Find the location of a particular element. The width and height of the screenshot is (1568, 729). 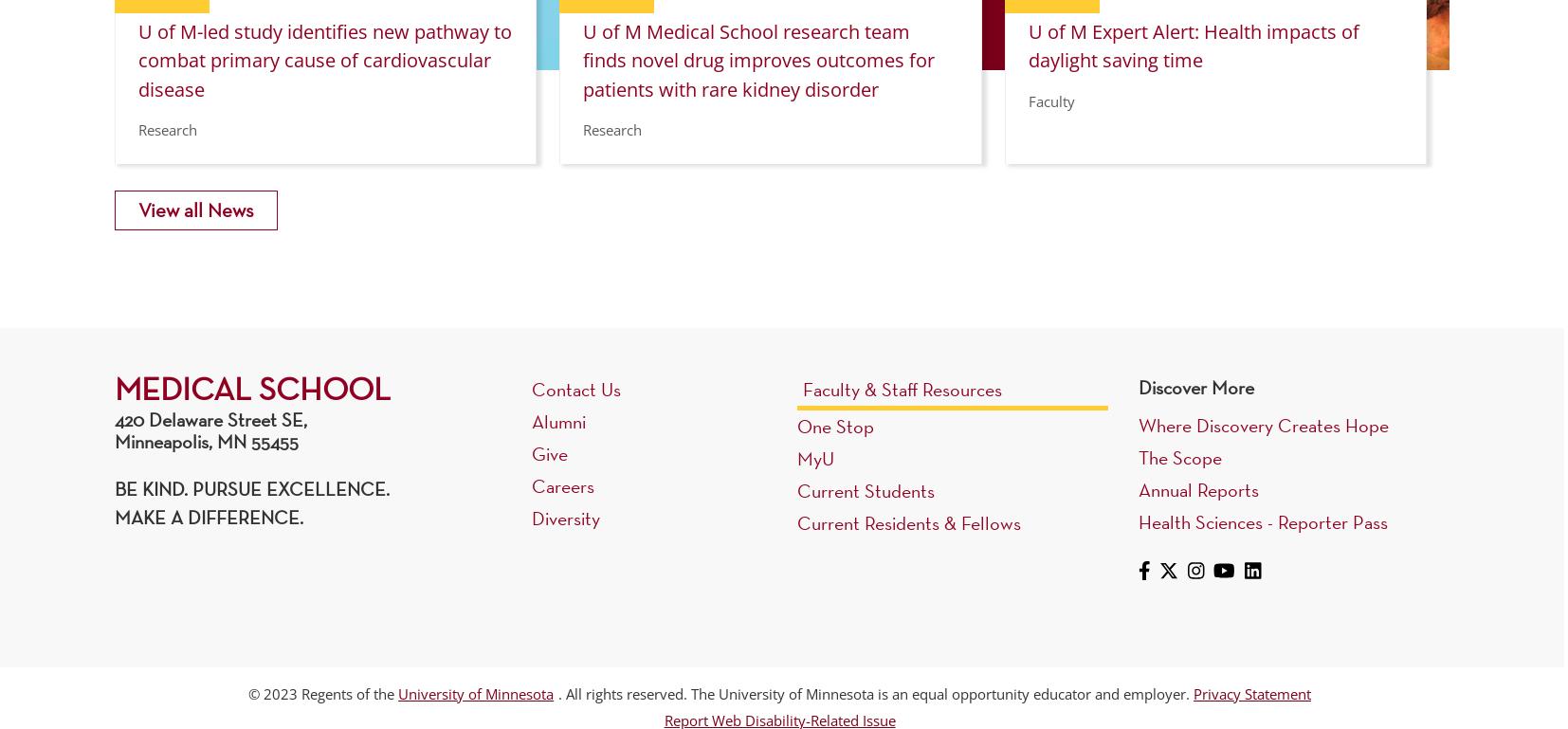

'. All rights reserved. The University of Minnesota is an equal opportunity educator and employer.' is located at coordinates (874, 692).